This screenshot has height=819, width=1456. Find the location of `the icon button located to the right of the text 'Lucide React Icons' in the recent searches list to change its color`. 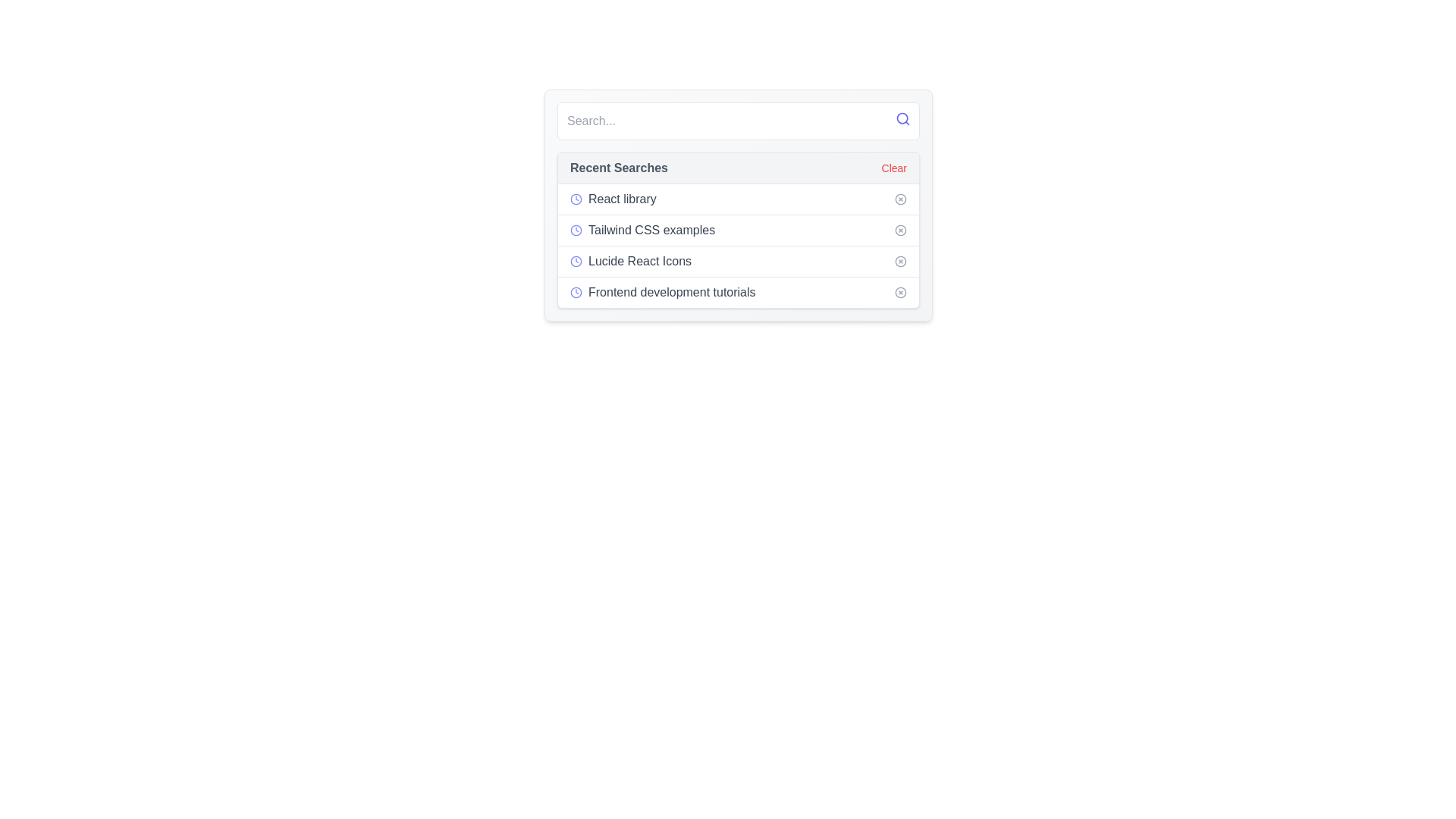

the icon button located to the right of the text 'Lucide React Icons' in the recent searches list to change its color is located at coordinates (901, 260).